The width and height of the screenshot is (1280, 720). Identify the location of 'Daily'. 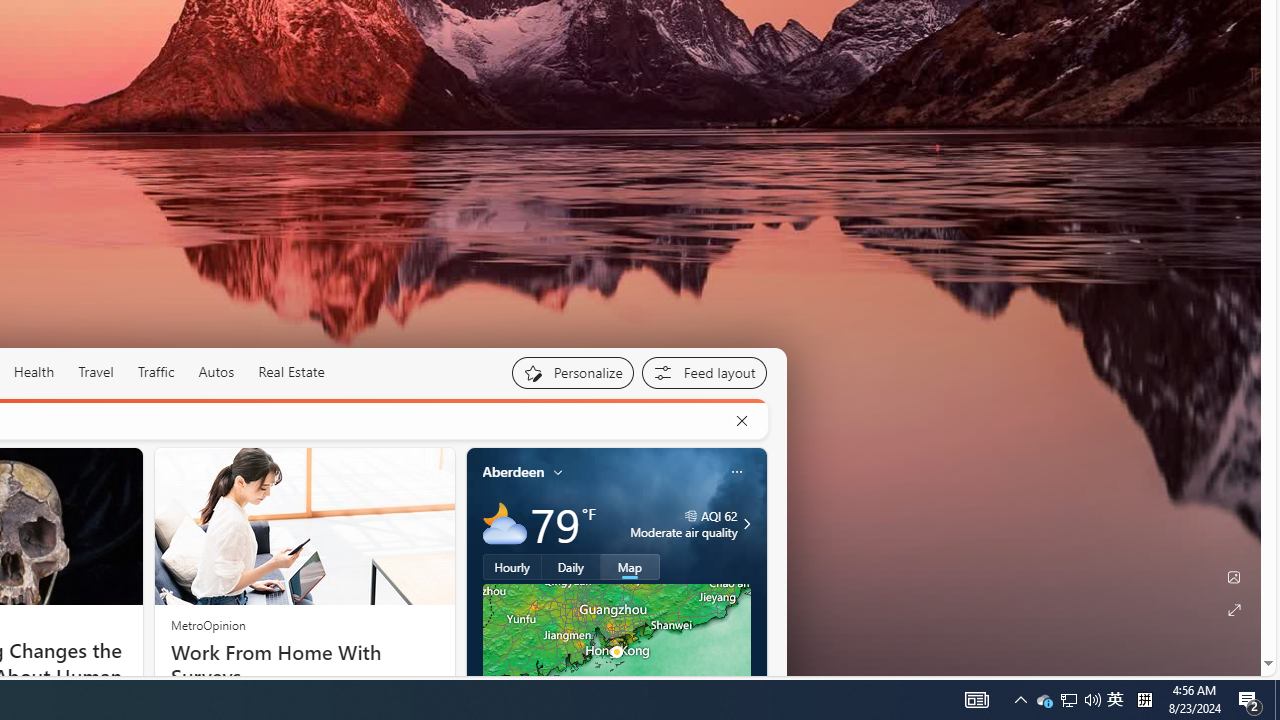
(570, 567).